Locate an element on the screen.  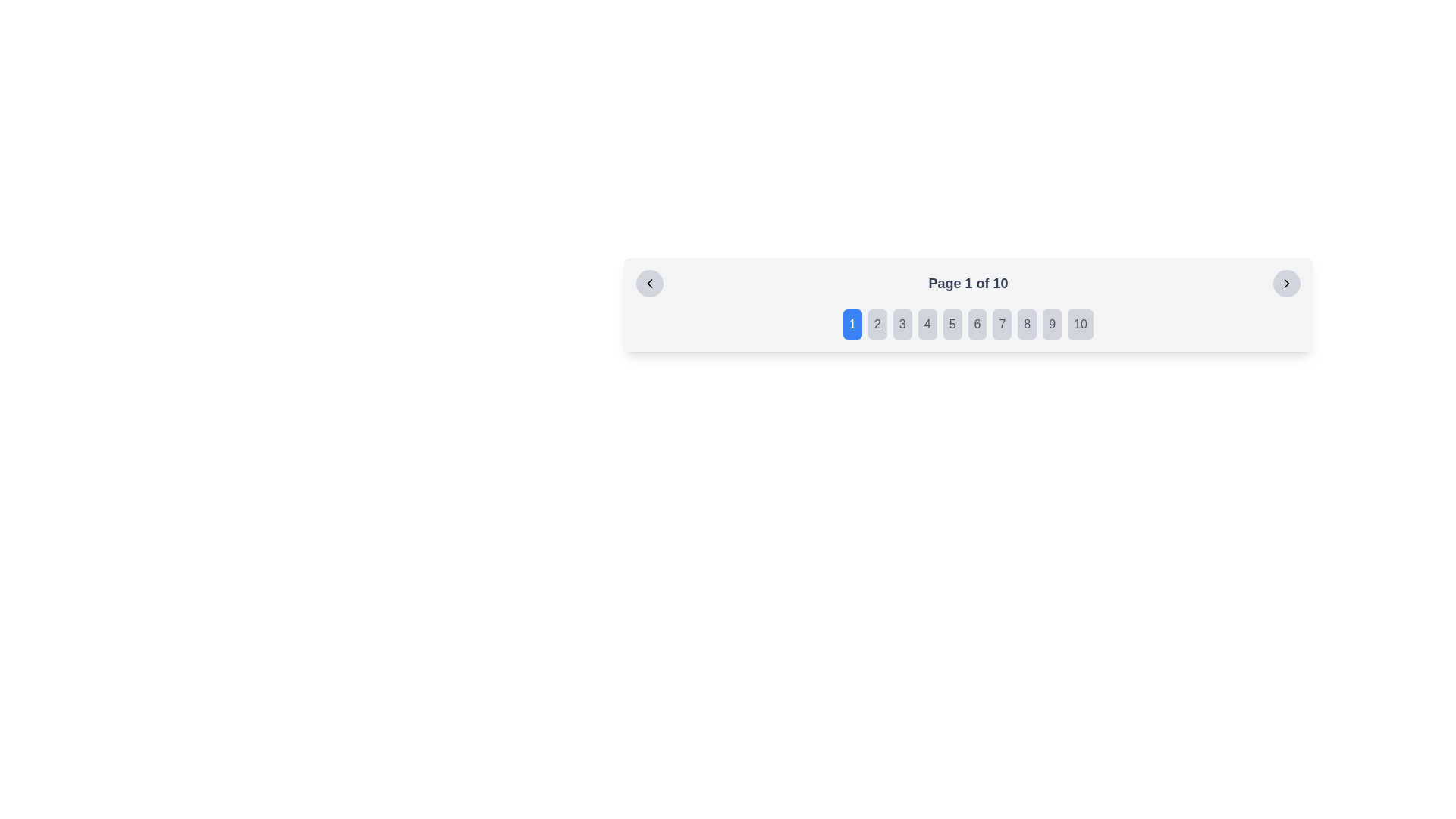
the pagination button located at the far right (10th position) of the page number buttons is located at coordinates (1080, 324).